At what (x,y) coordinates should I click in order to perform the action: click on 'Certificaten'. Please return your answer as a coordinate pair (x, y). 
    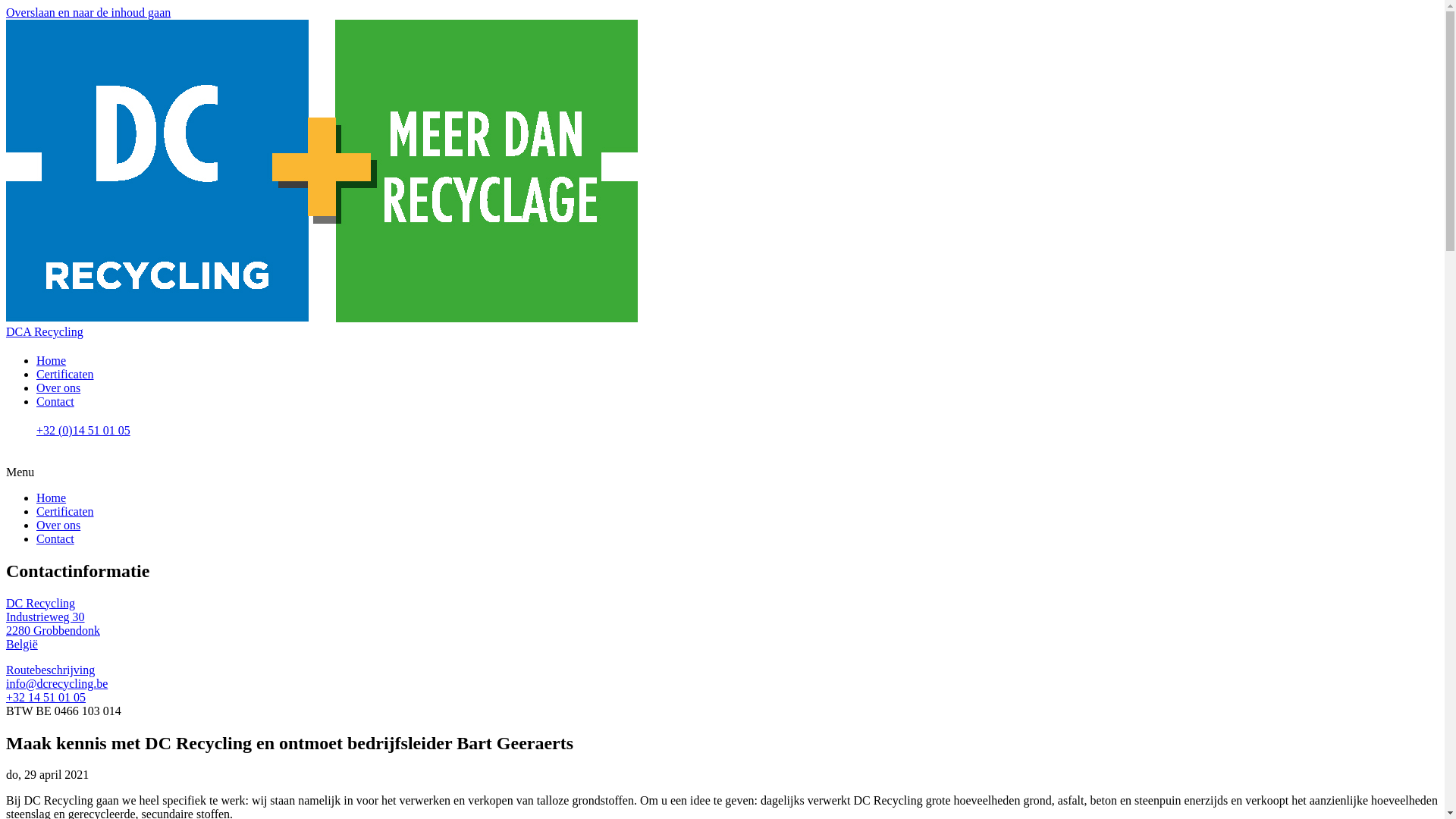
    Looking at the image, I should click on (64, 511).